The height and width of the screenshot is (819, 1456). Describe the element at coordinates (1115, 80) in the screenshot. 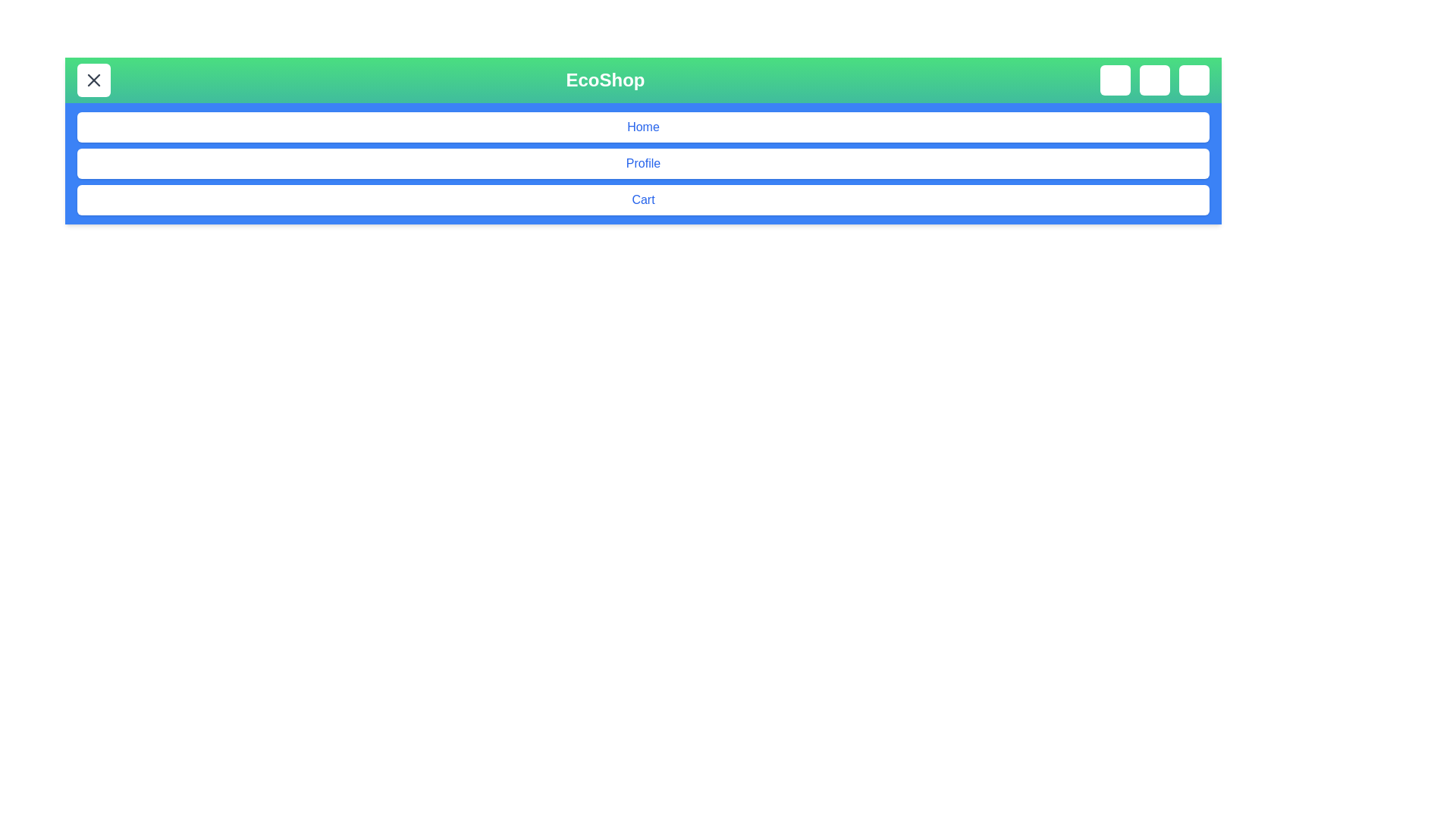

I see `the search icon button` at that location.